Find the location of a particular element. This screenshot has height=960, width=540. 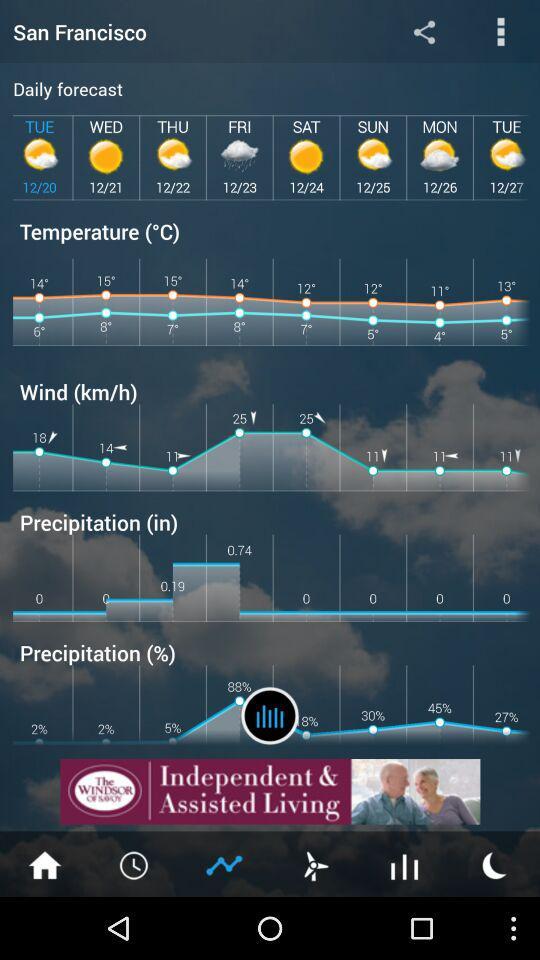

wind is located at coordinates (314, 863).